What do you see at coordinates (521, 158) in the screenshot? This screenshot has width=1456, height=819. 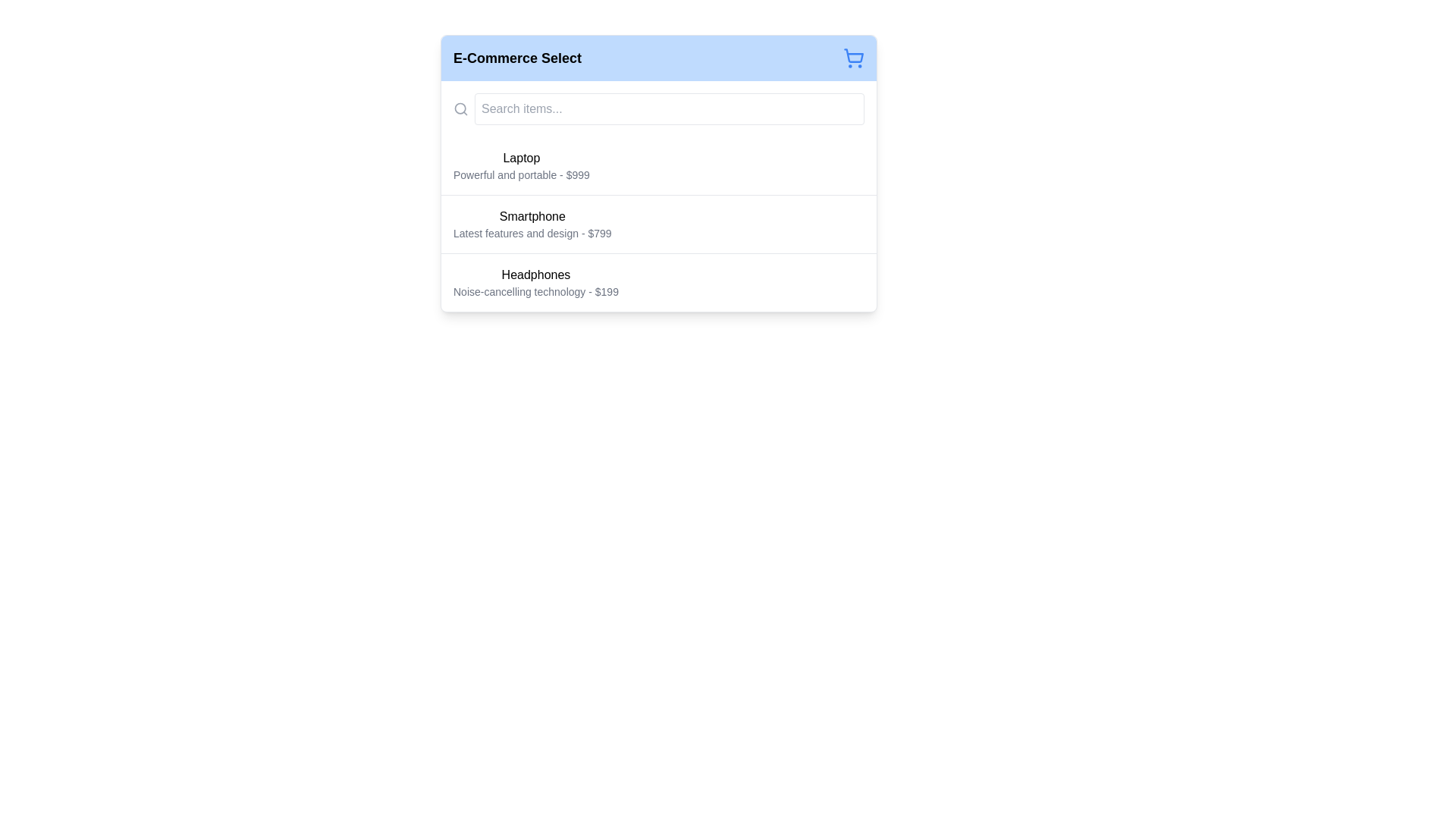 I see `the title text label for the product category in the e-commerce selection list, located near the top-left corner of the interface, above the subtitle 'Powerful and portable - $999'` at bounding box center [521, 158].